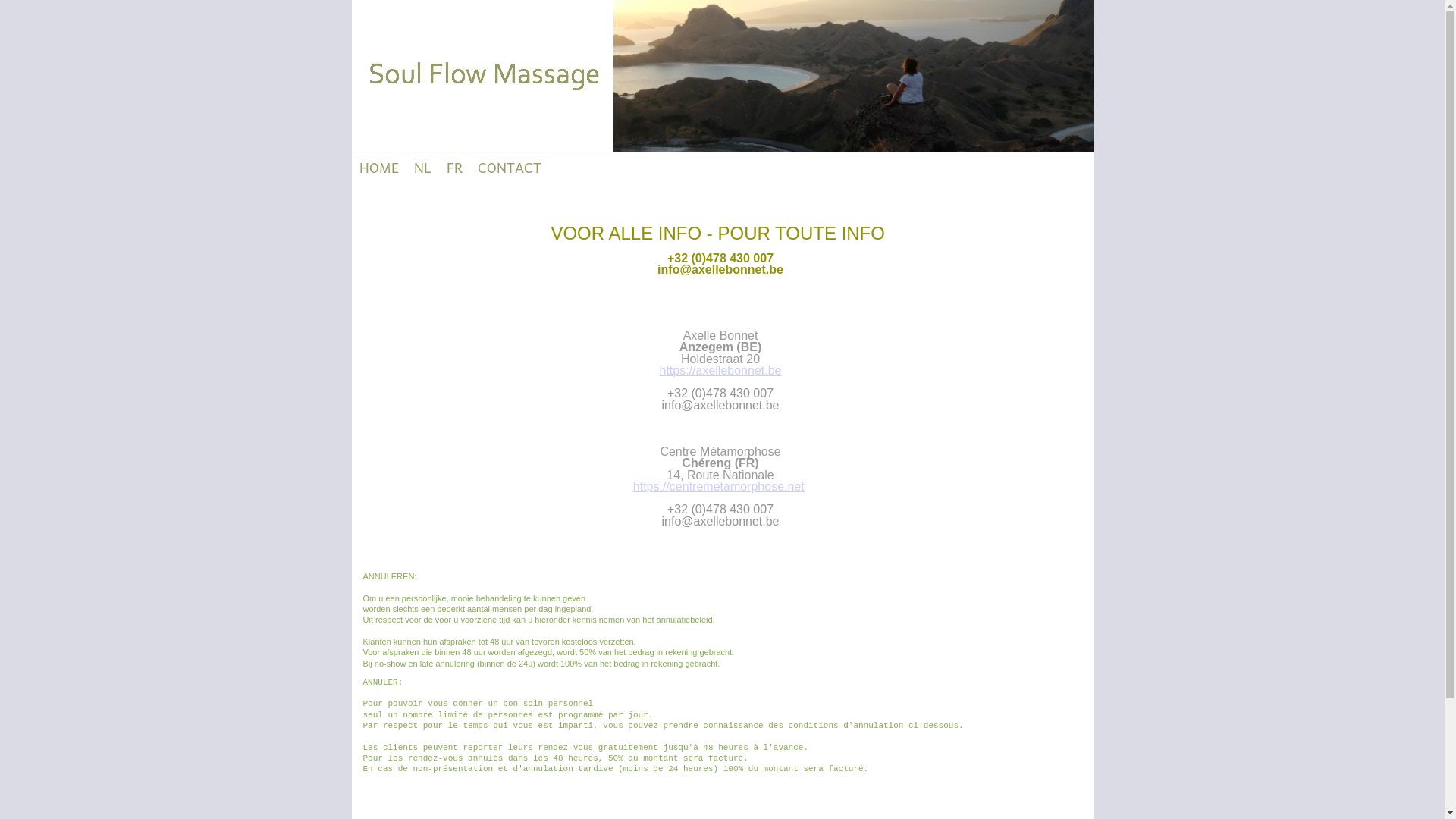 The width and height of the screenshot is (1456, 819). What do you see at coordinates (422, 167) in the screenshot?
I see `'NL'` at bounding box center [422, 167].